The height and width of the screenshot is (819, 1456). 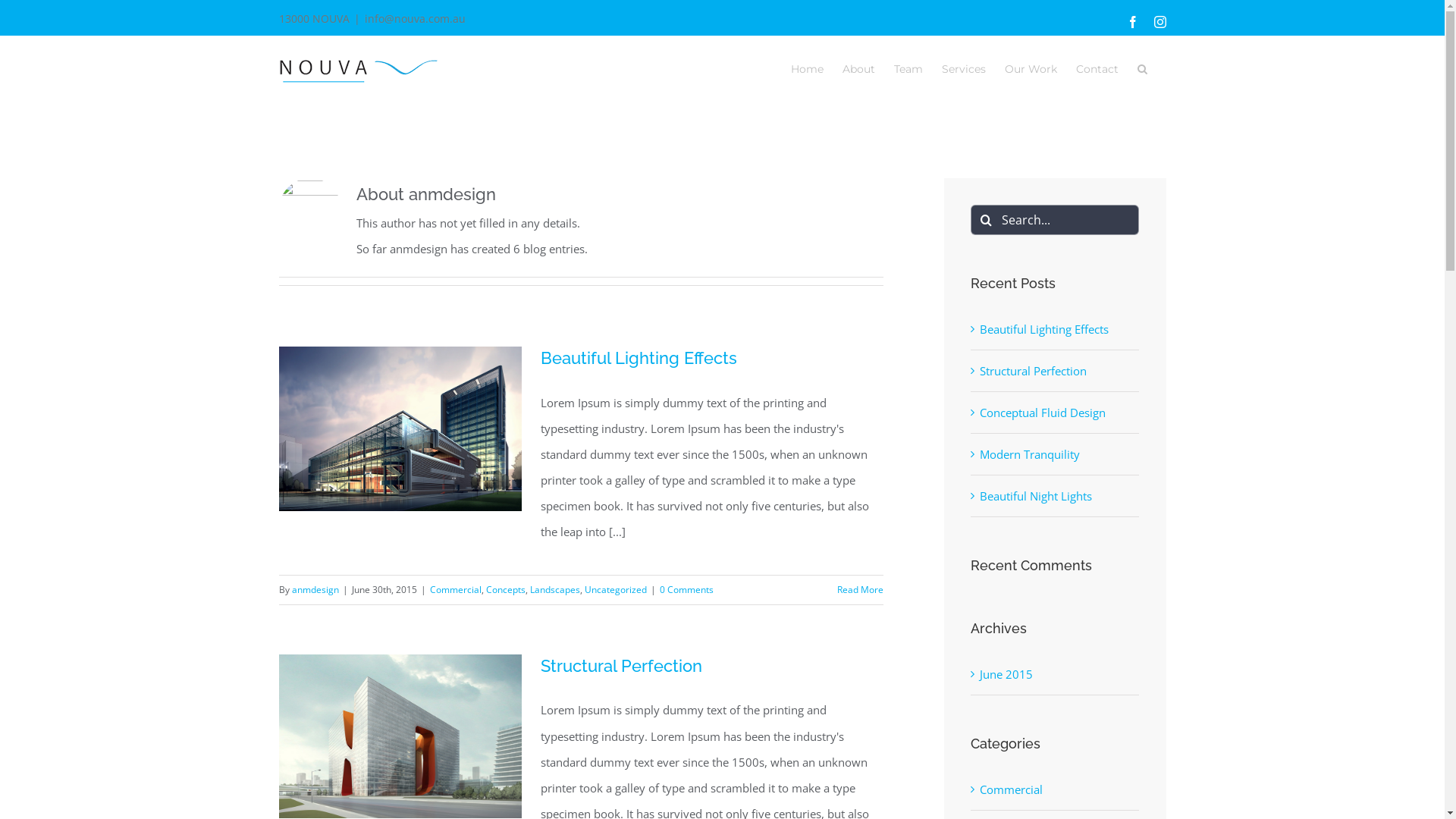 I want to click on 'Services', so click(x=963, y=67).